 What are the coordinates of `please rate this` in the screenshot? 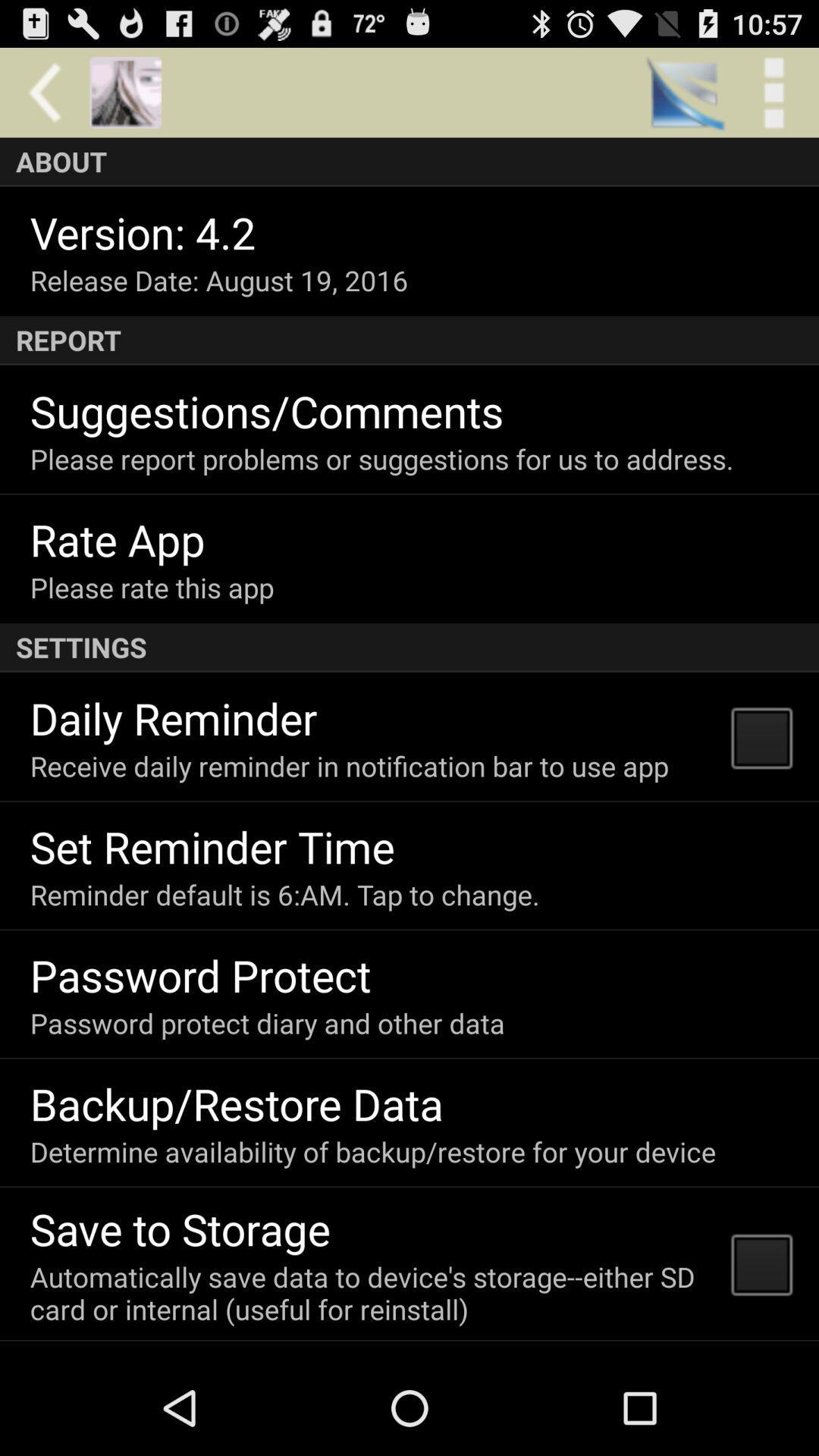 It's located at (152, 586).